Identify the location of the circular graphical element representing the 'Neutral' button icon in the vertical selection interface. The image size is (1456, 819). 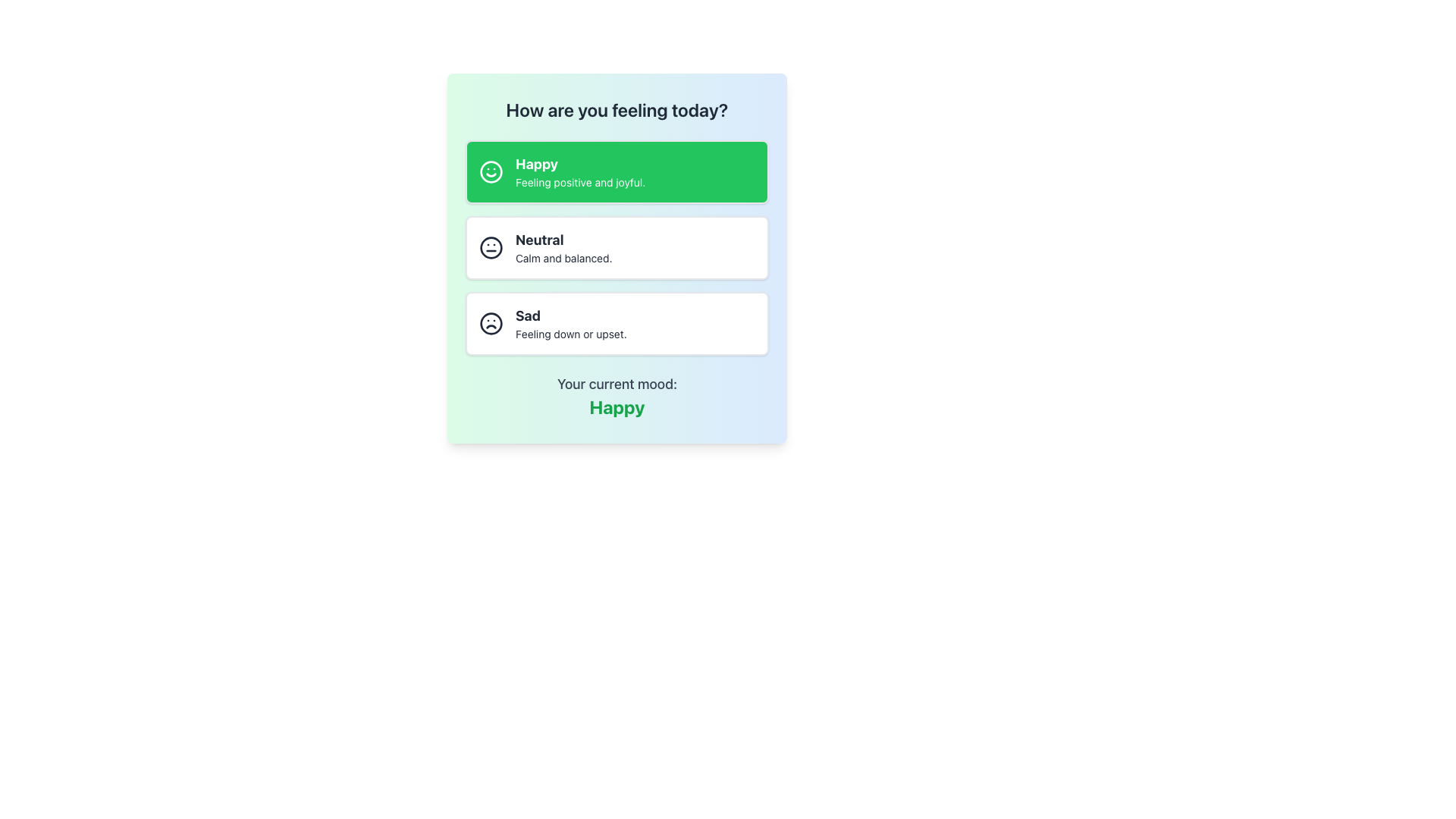
(491, 247).